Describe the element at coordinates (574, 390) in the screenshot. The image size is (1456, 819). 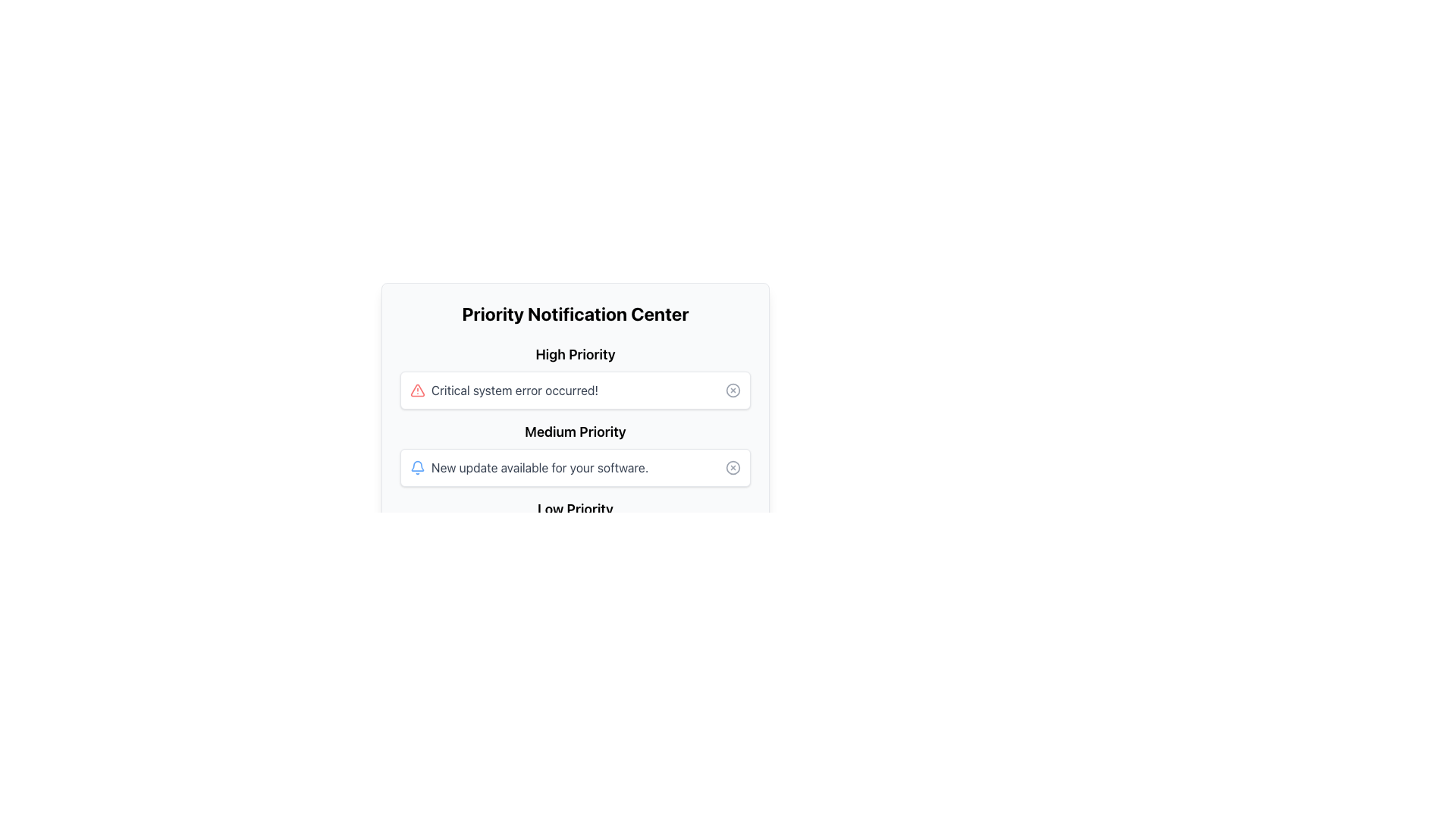
I see `notification message from the first Notification Card in the 'High Priority' section of the 'Priority Notification Center', which displays 'Critical system error occurred!'` at that location.